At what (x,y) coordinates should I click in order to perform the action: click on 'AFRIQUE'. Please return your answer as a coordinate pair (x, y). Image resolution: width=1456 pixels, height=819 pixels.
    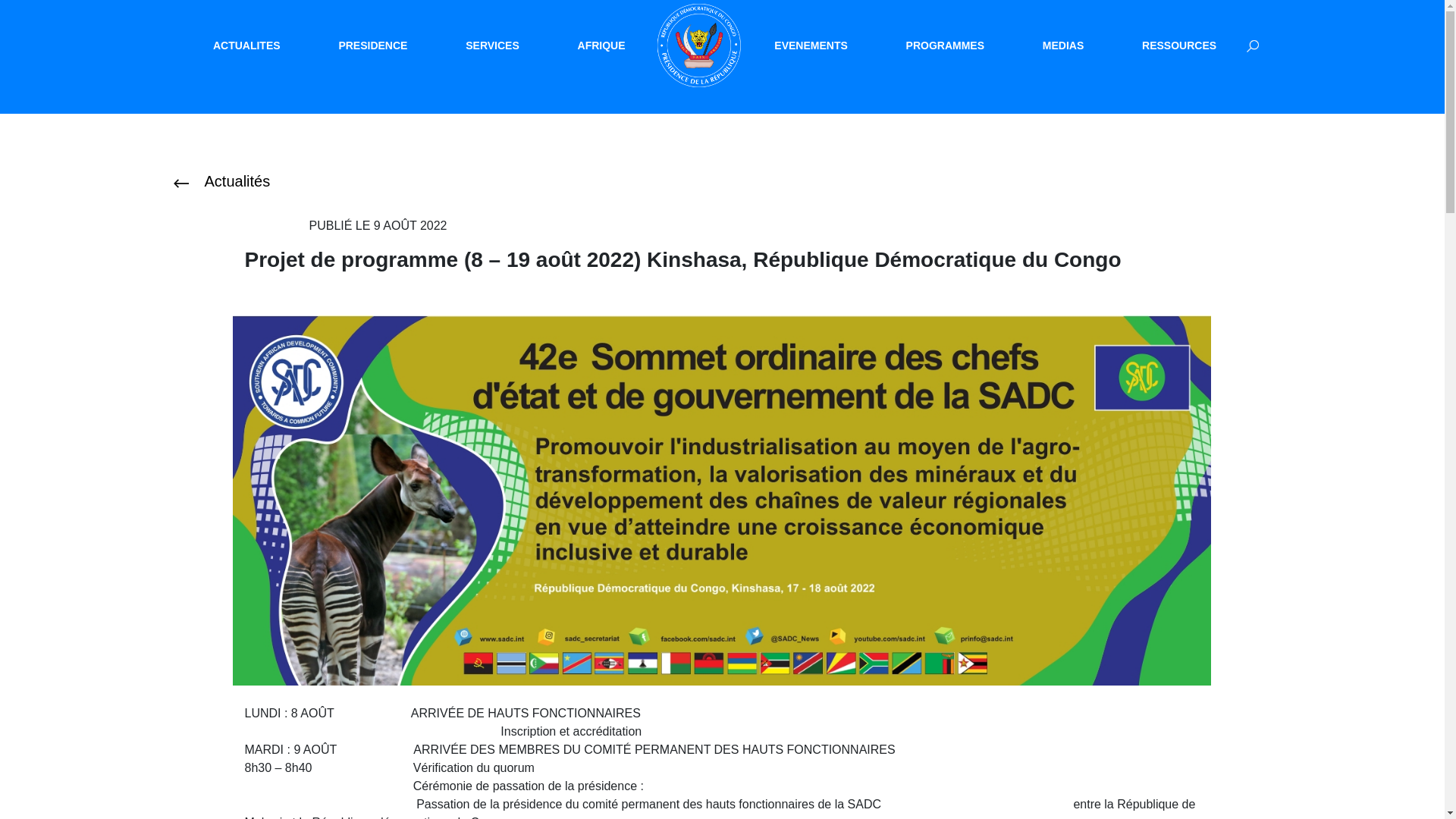
    Looking at the image, I should click on (601, 45).